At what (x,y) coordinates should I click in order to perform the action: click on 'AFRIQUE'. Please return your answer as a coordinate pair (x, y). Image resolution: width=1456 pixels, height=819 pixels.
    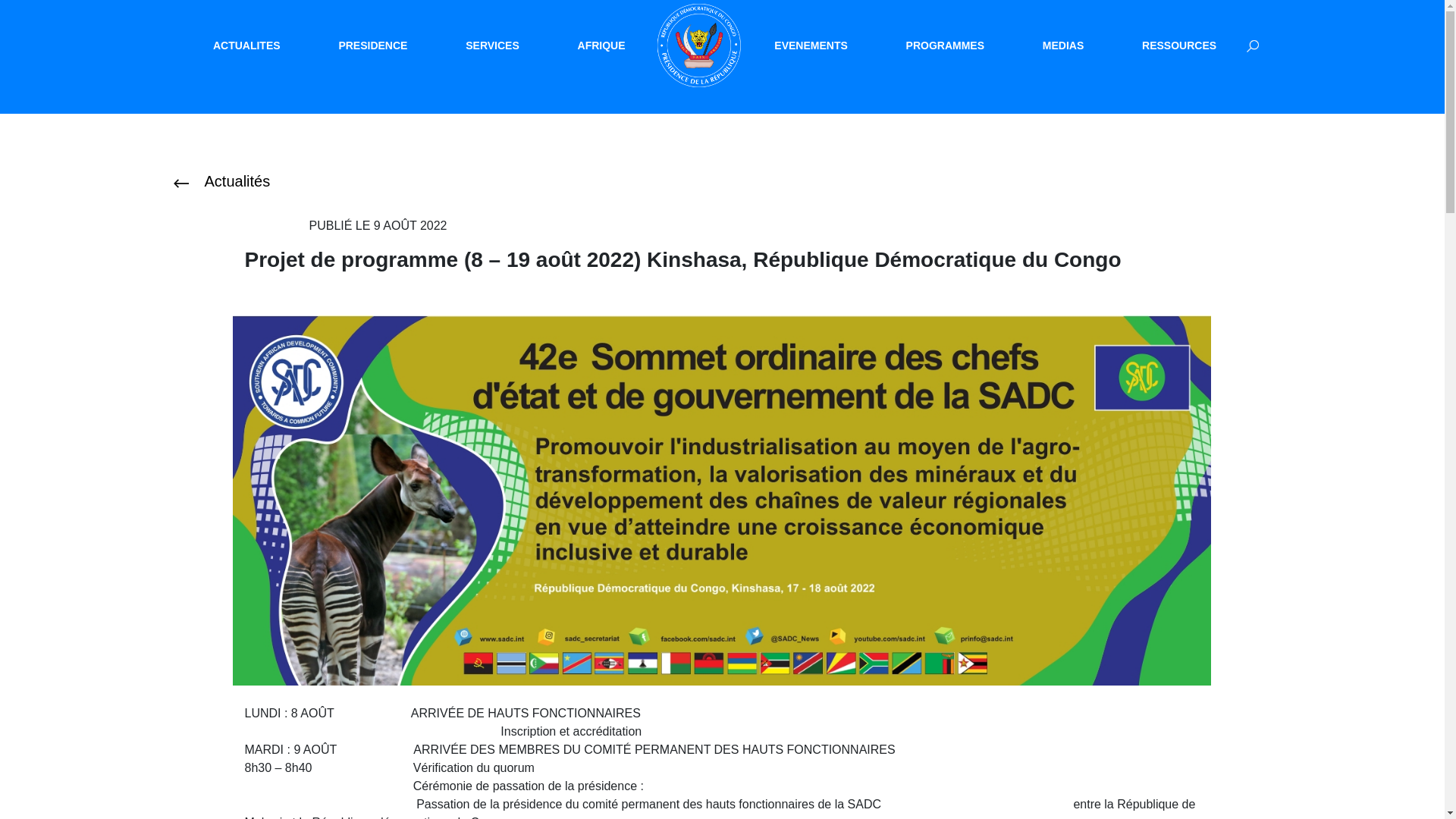
    Looking at the image, I should click on (601, 45).